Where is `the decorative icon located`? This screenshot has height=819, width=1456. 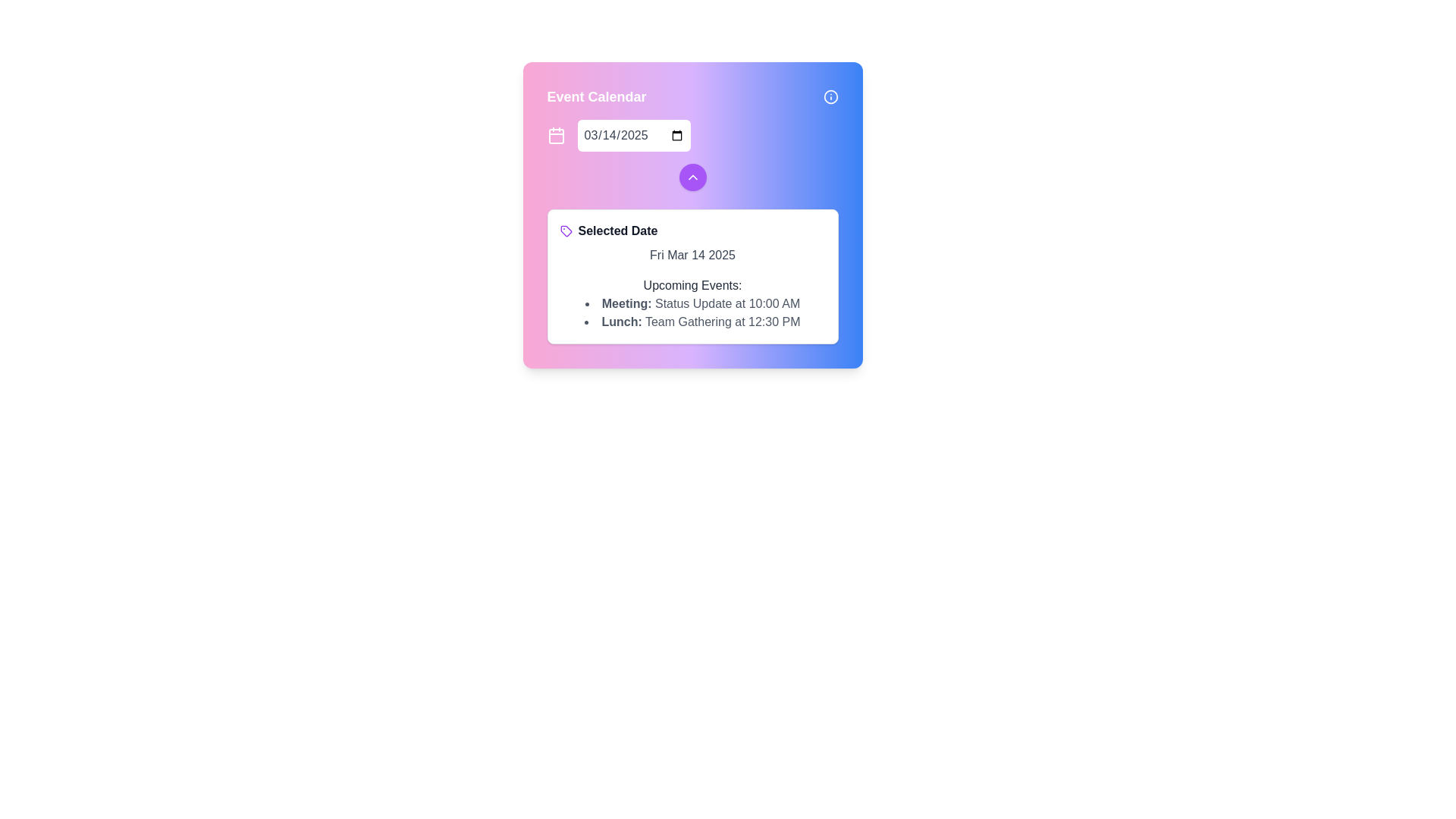 the decorative icon located is located at coordinates (555, 134).